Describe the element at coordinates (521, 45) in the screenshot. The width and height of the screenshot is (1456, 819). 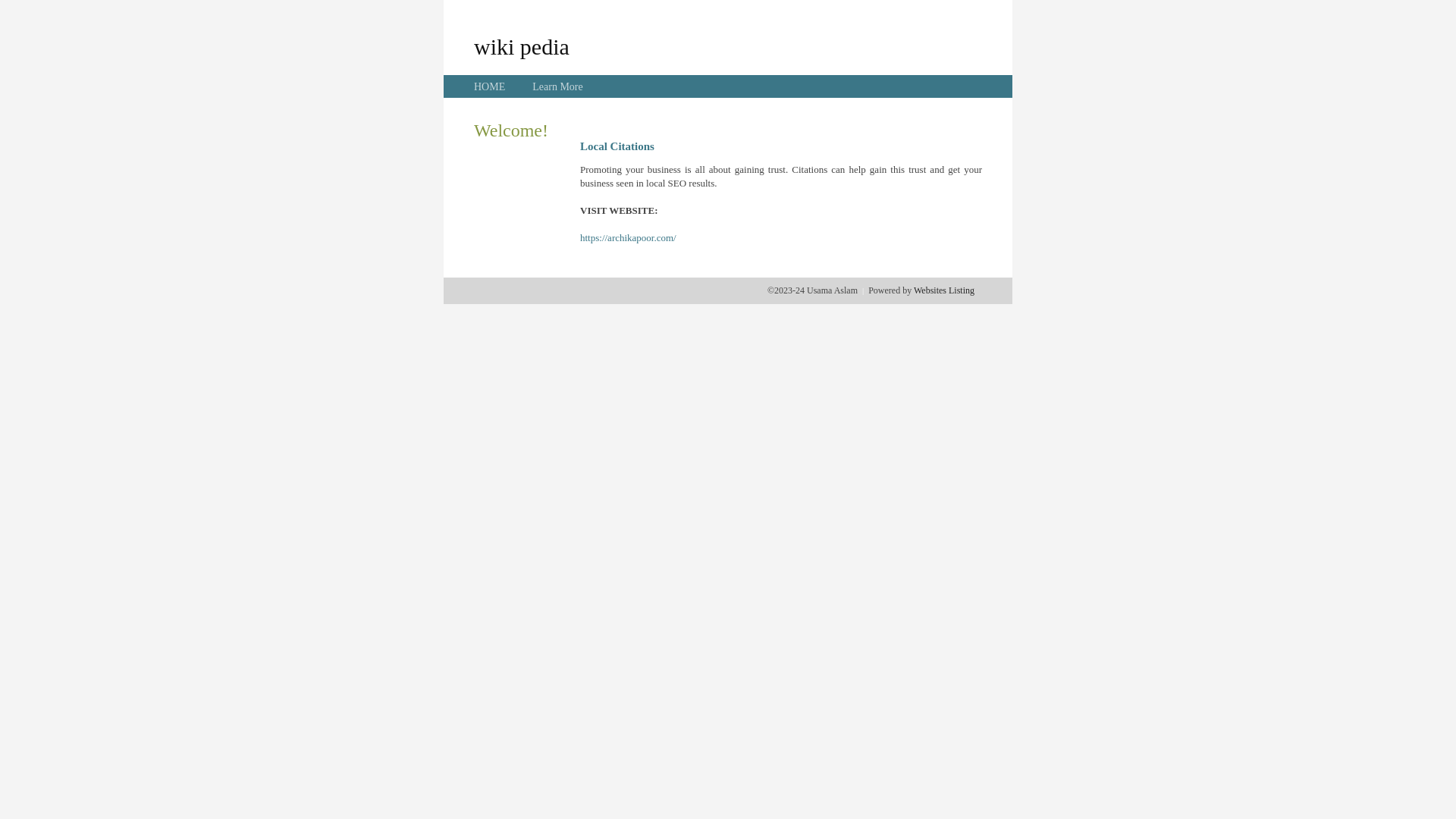
I see `'wiki pedia'` at that location.